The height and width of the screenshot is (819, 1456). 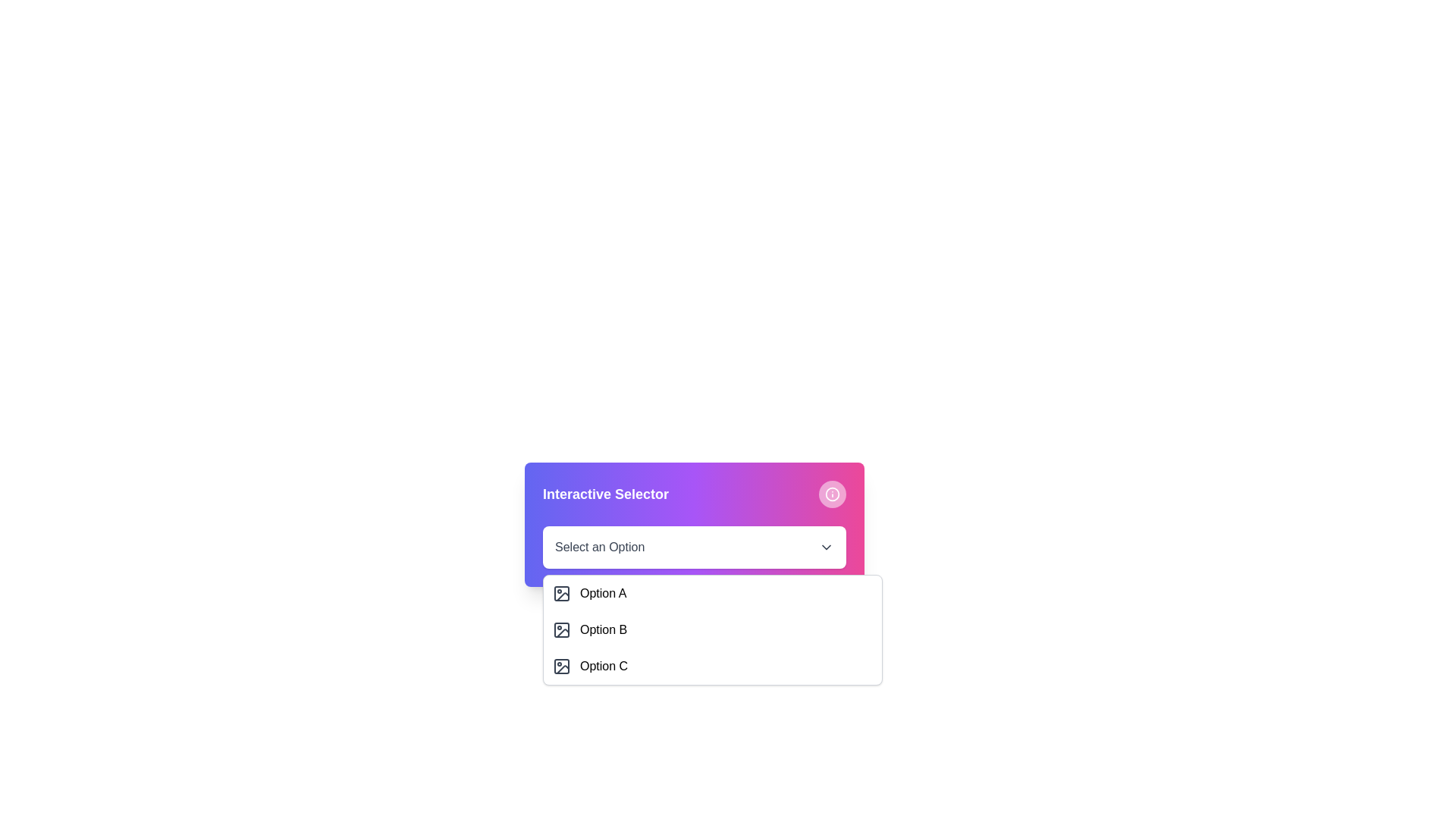 I want to click on the Graphic SVG icon resembling an angled mark with curved edges, which is the last option labeled 'Option C', so click(x=562, y=669).